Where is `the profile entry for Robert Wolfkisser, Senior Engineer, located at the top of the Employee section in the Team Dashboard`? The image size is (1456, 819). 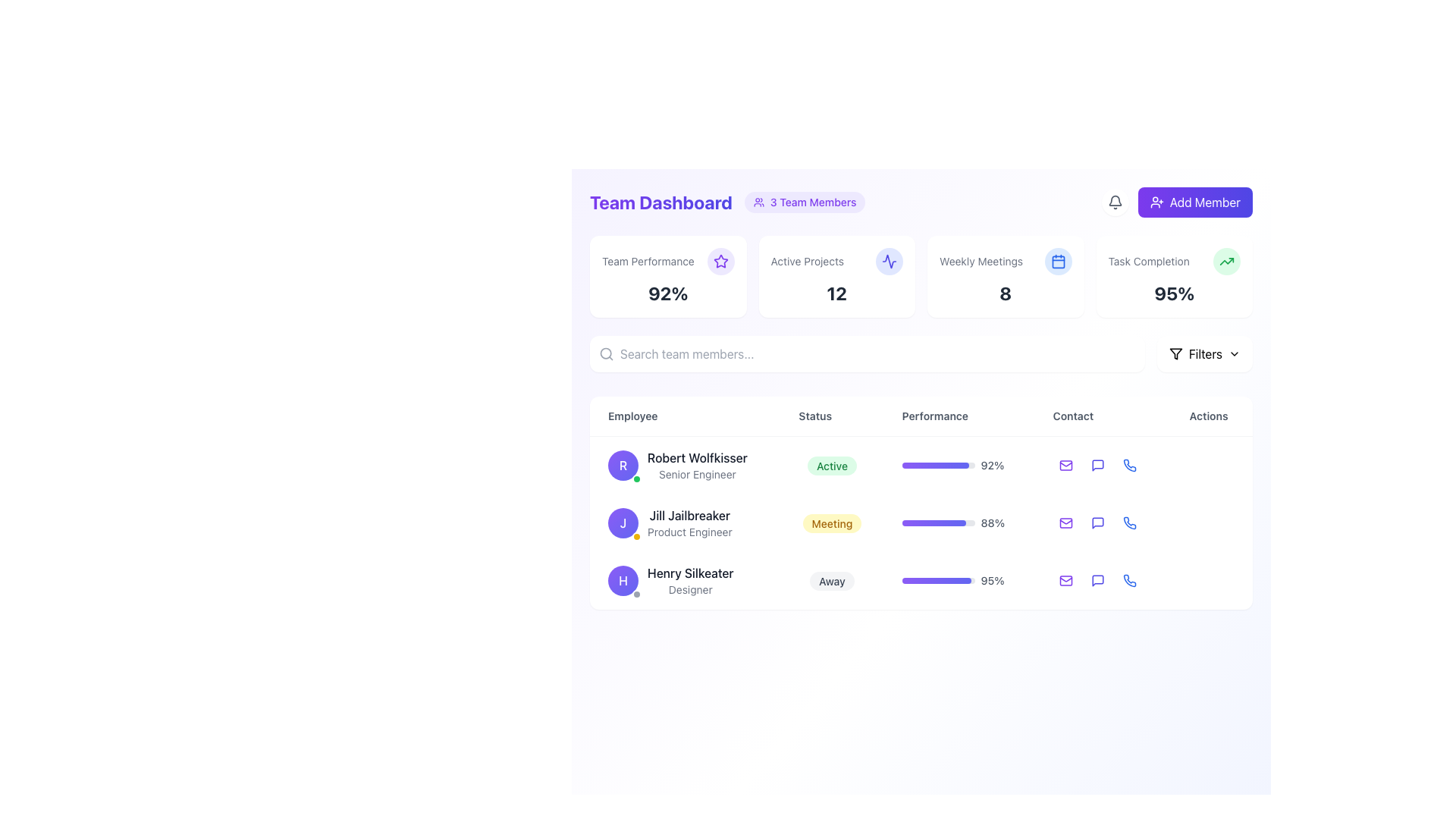 the profile entry for Robert Wolfkisser, Senior Engineer, located at the top of the Employee section in the Team Dashboard is located at coordinates (684, 464).